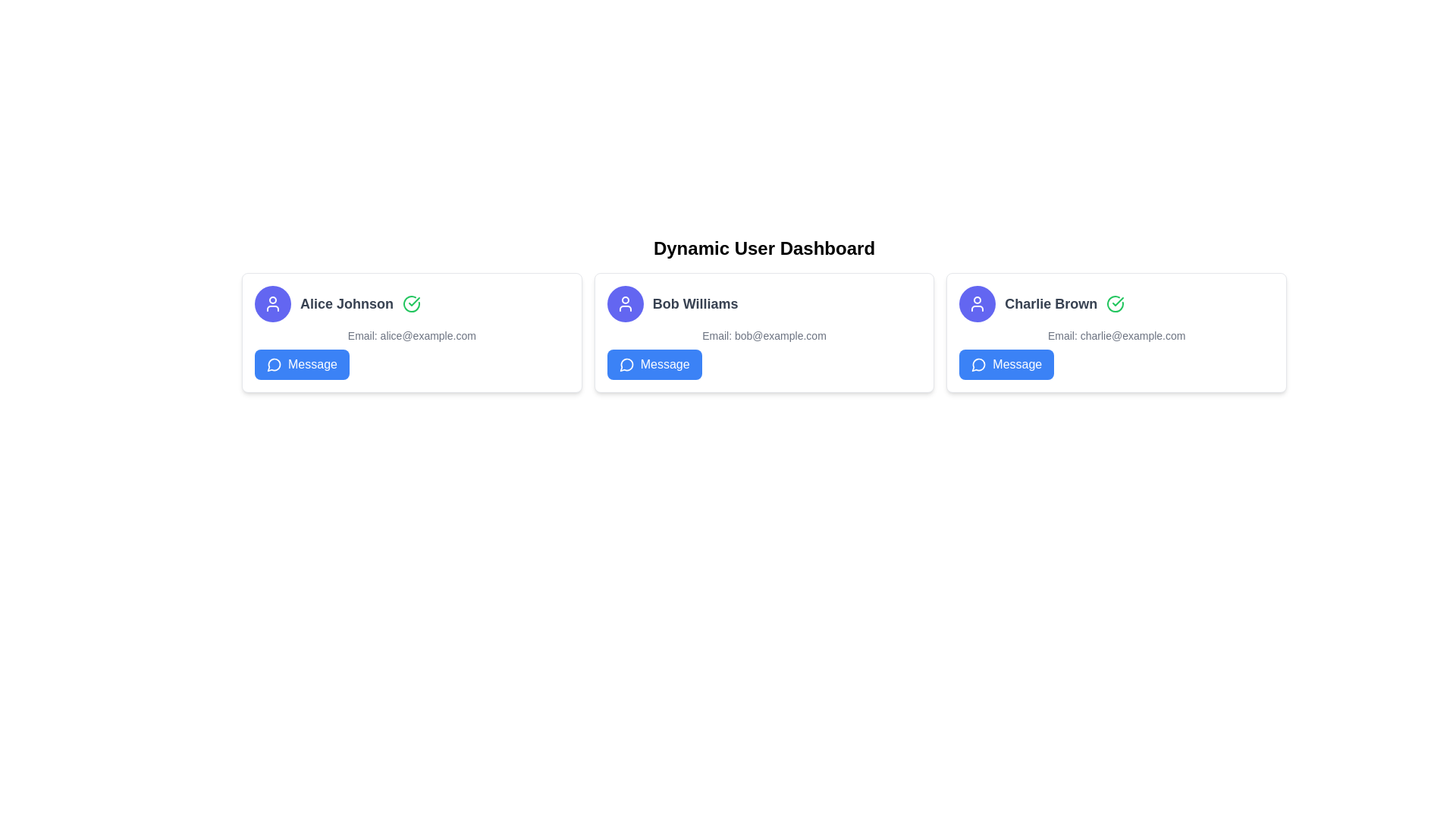  I want to click on the text label displaying the email 'Email: charlie@example.com' below the name 'Charlie Brown' in the user card, so click(1116, 335).